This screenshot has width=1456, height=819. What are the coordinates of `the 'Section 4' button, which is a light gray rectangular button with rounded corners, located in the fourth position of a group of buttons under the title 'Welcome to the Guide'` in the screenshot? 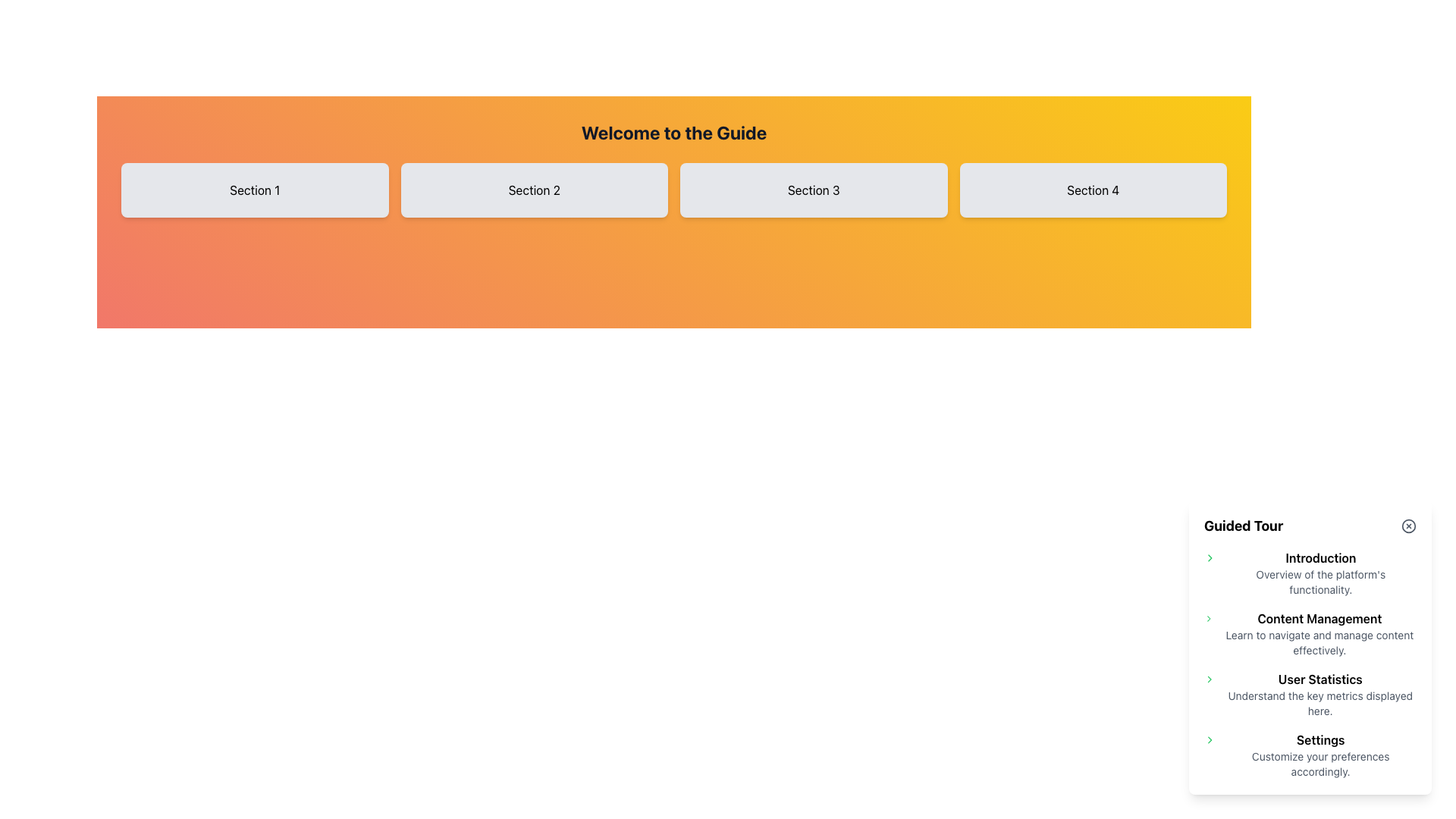 It's located at (1093, 189).